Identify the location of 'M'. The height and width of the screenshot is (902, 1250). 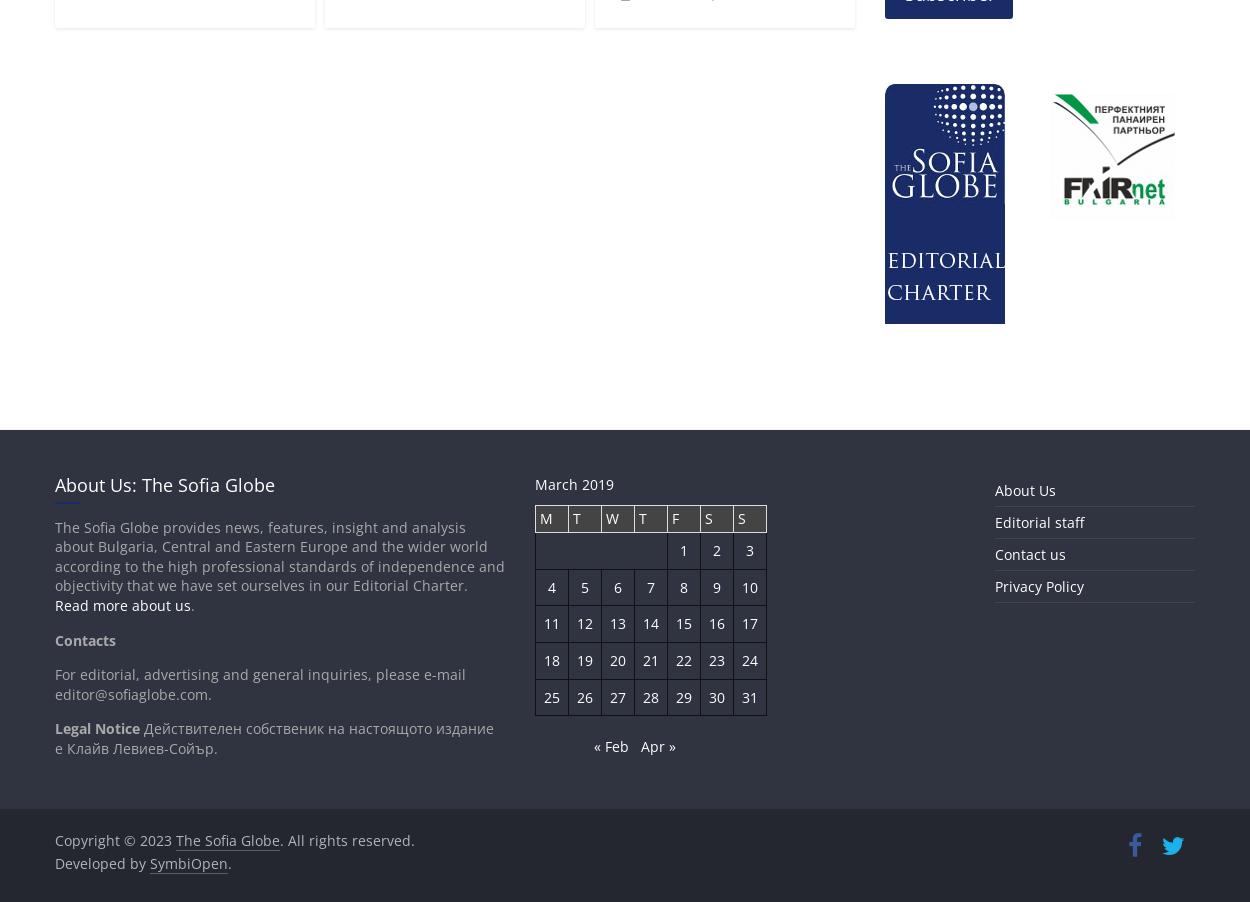
(545, 517).